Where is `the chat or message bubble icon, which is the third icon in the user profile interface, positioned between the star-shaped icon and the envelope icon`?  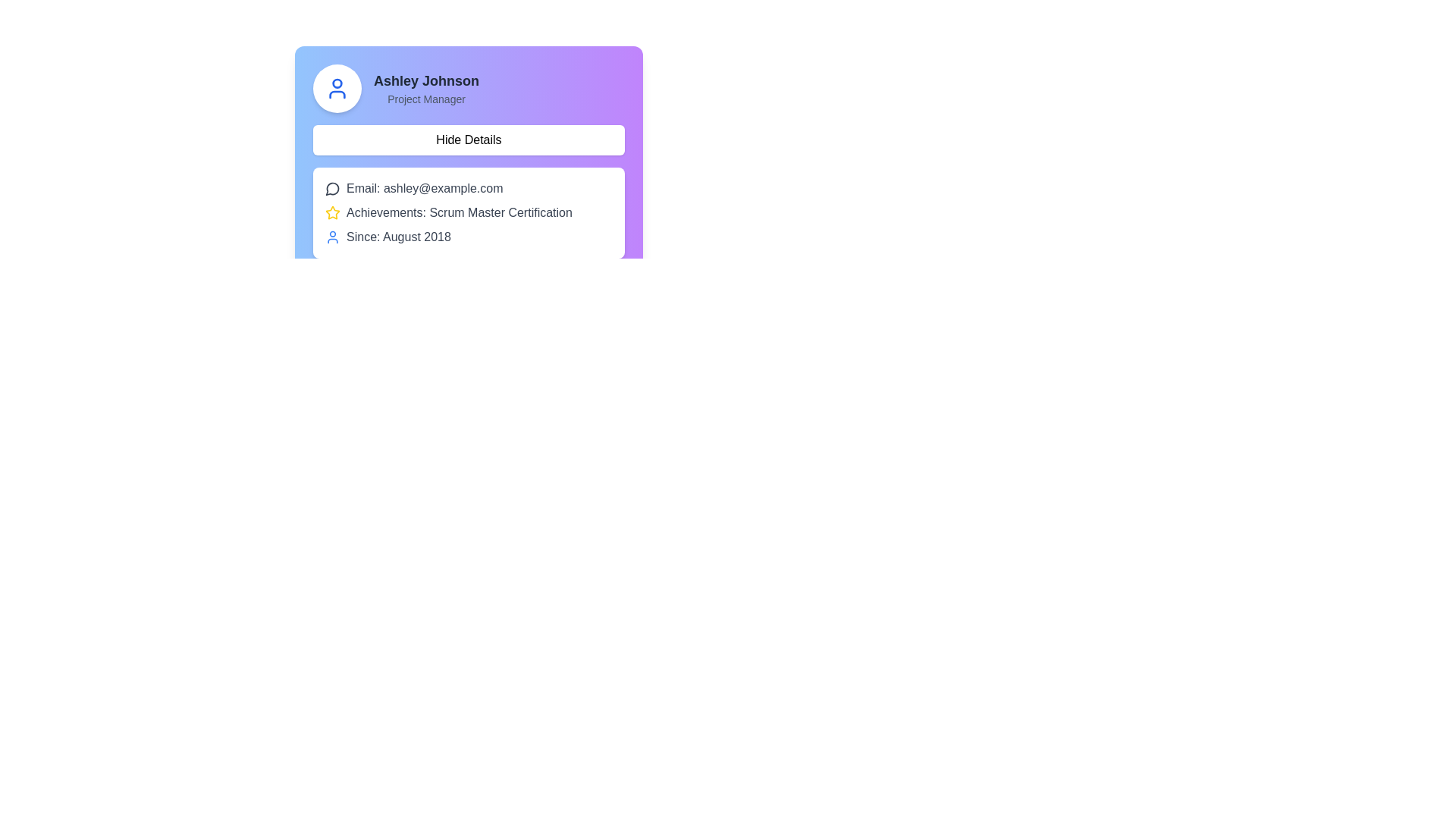
the chat or message bubble icon, which is the third icon in the user profile interface, positioned between the star-shaped icon and the envelope icon is located at coordinates (331, 188).